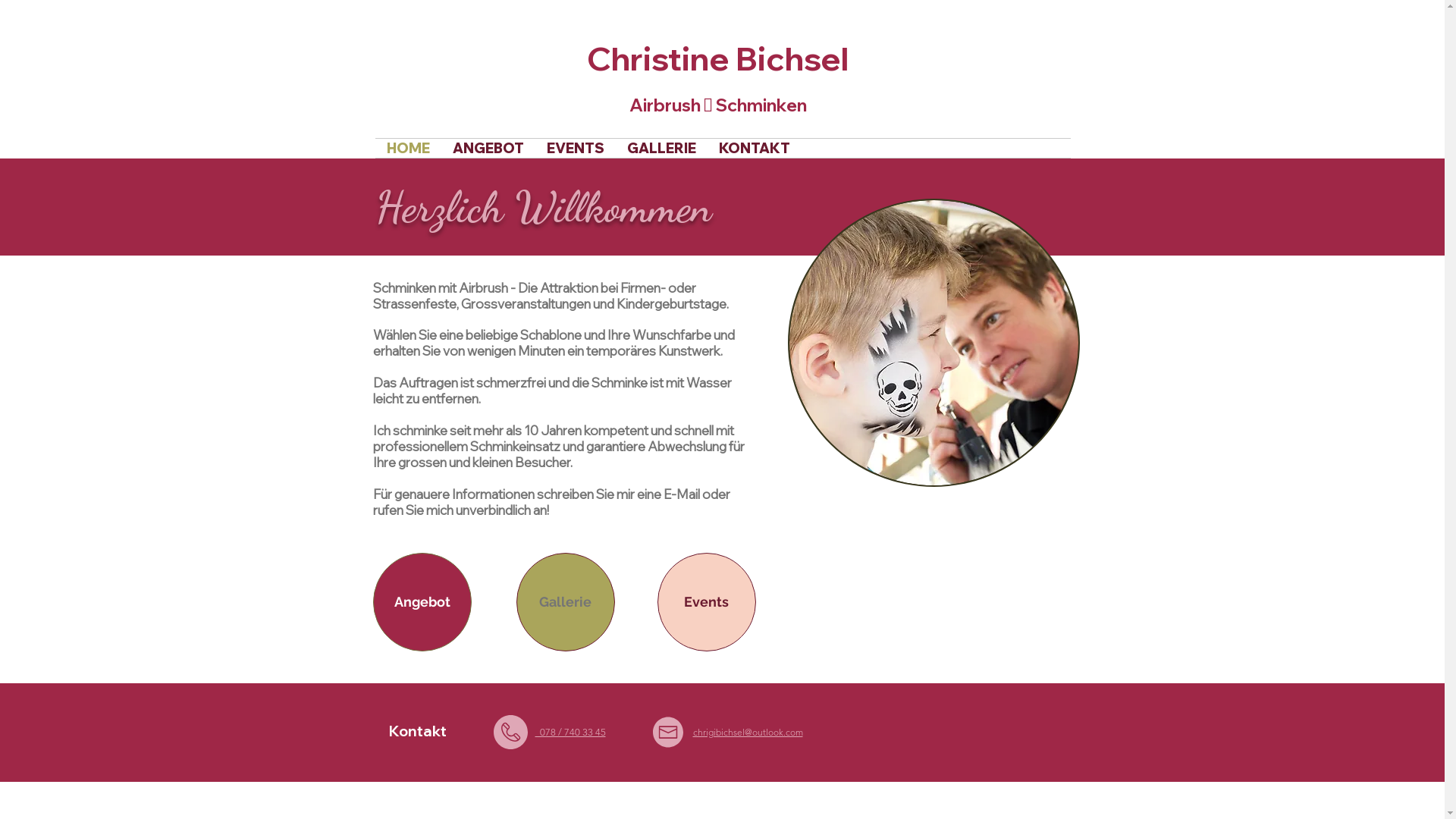  Describe the element at coordinates (440, 148) in the screenshot. I see `'ANGEBOT'` at that location.